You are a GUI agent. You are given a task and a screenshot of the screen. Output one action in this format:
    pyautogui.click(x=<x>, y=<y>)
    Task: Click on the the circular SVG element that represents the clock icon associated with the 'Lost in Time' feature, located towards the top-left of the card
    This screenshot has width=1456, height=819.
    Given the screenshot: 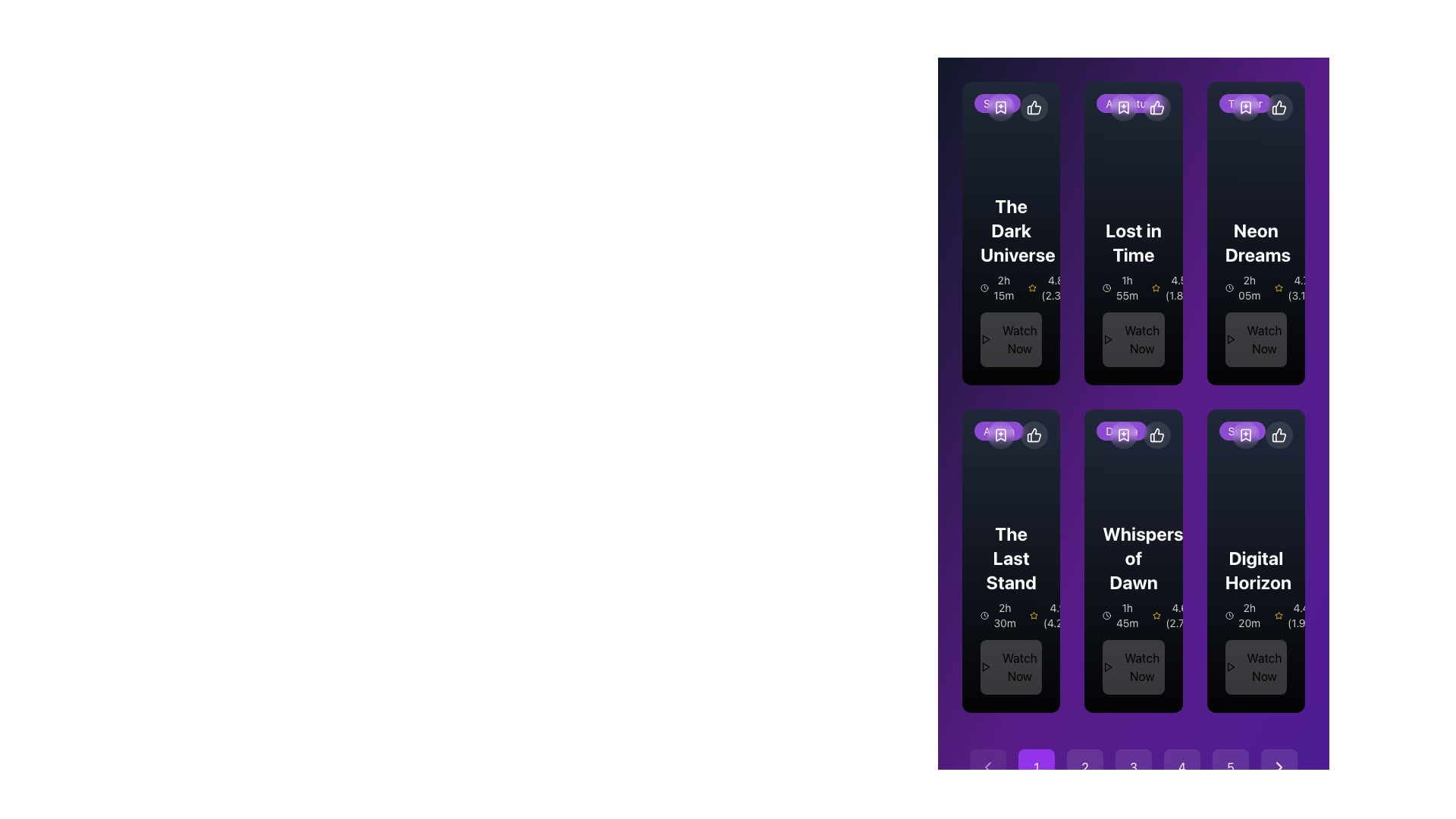 What is the action you would take?
    pyautogui.click(x=1106, y=288)
    